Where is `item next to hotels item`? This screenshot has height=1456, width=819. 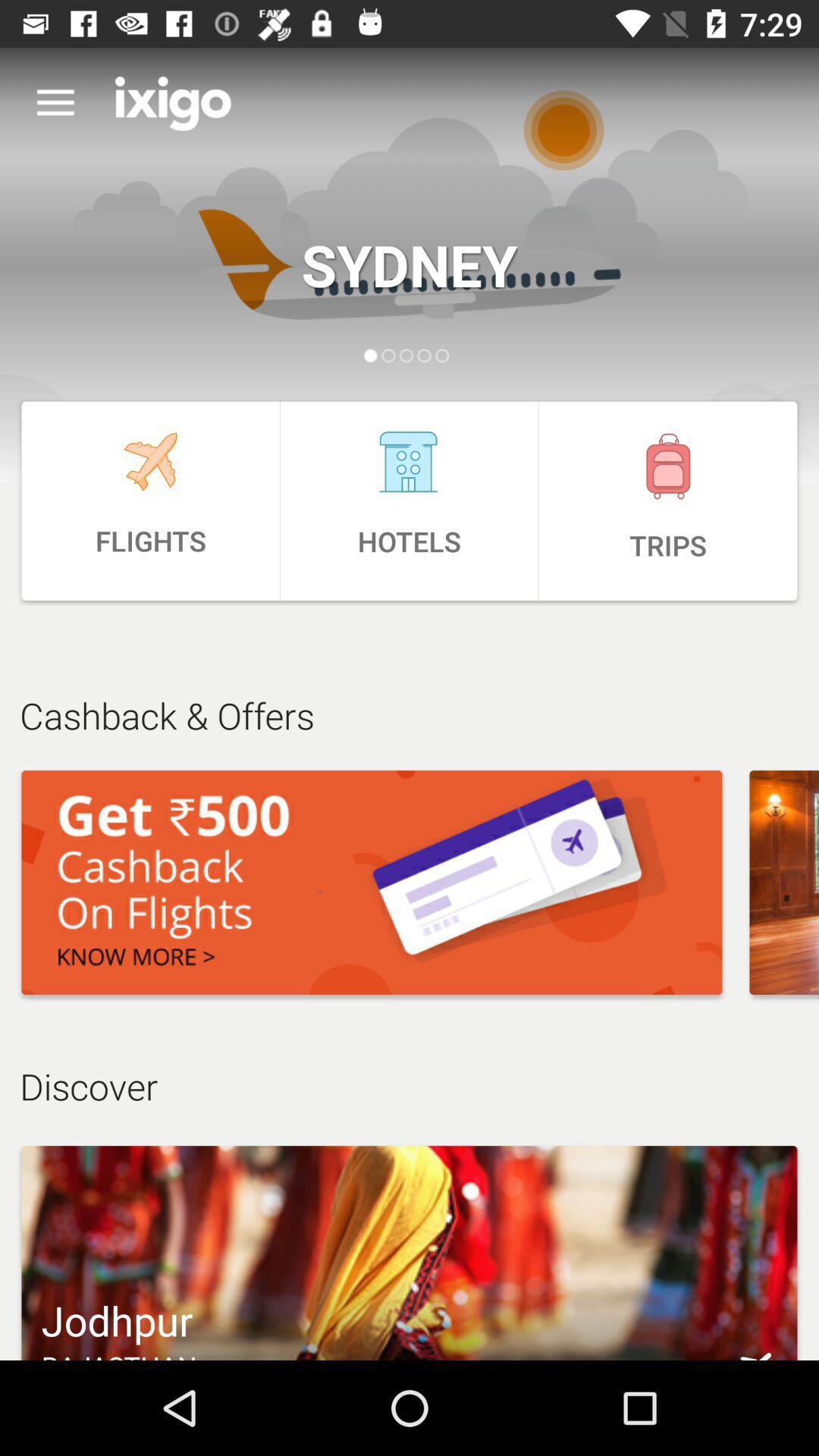 item next to hotels item is located at coordinates (667, 500).